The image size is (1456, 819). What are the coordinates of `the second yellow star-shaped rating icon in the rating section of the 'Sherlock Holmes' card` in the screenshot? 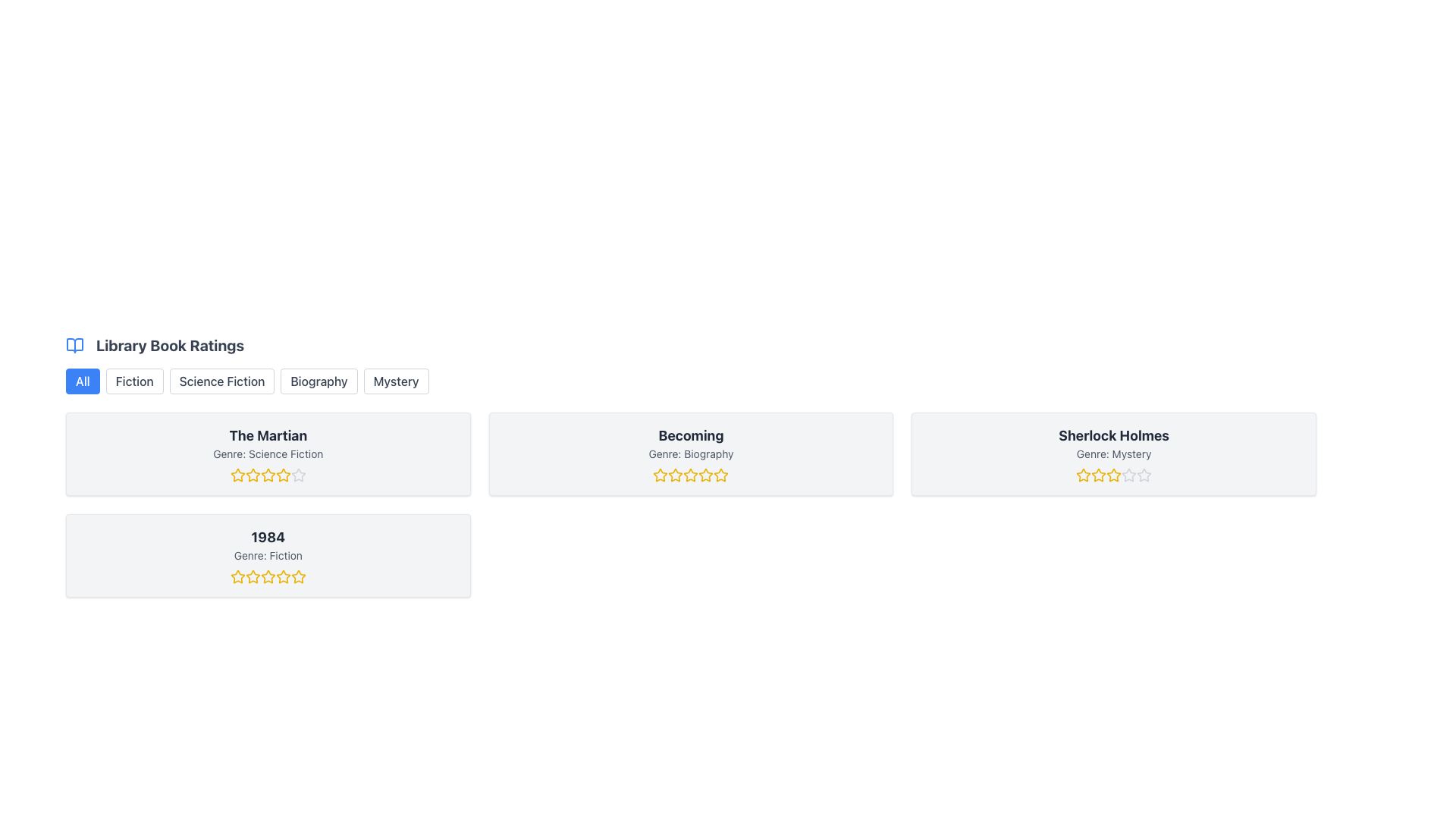 It's located at (1099, 474).